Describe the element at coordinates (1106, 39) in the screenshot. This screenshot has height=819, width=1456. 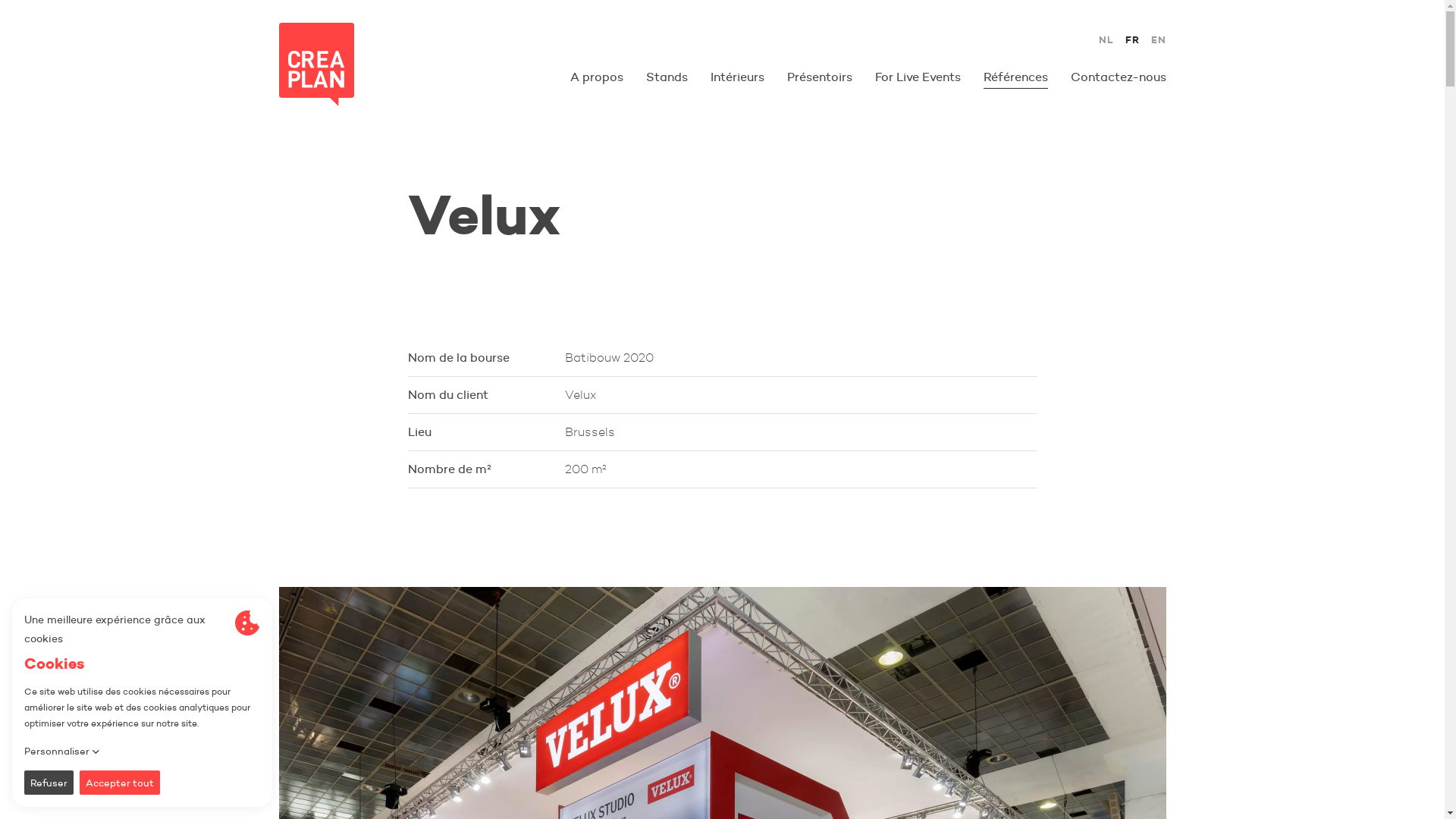
I see `'NL'` at that location.